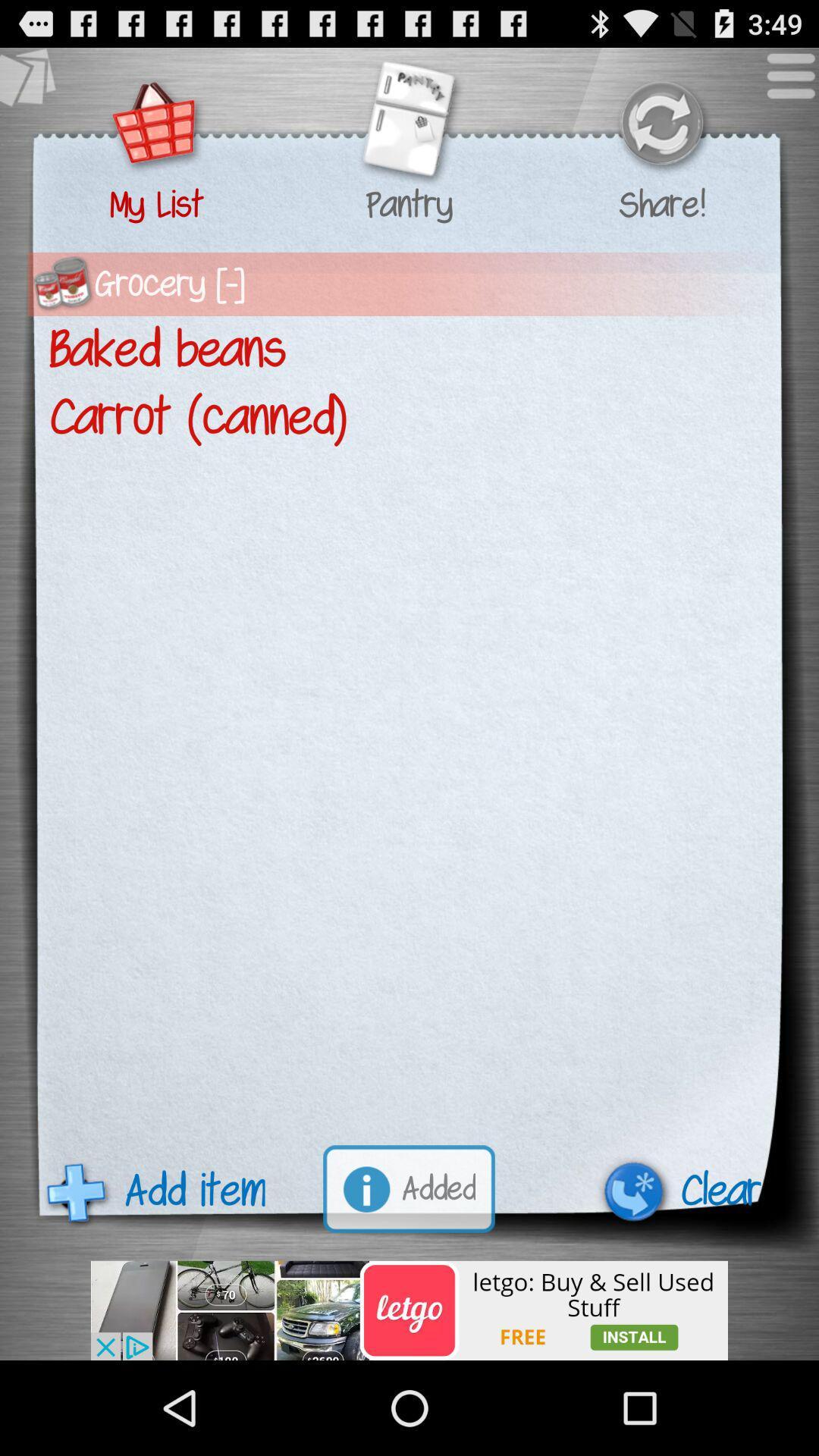 This screenshot has height=1456, width=819. Describe the element at coordinates (783, 83) in the screenshot. I see `menu option` at that location.